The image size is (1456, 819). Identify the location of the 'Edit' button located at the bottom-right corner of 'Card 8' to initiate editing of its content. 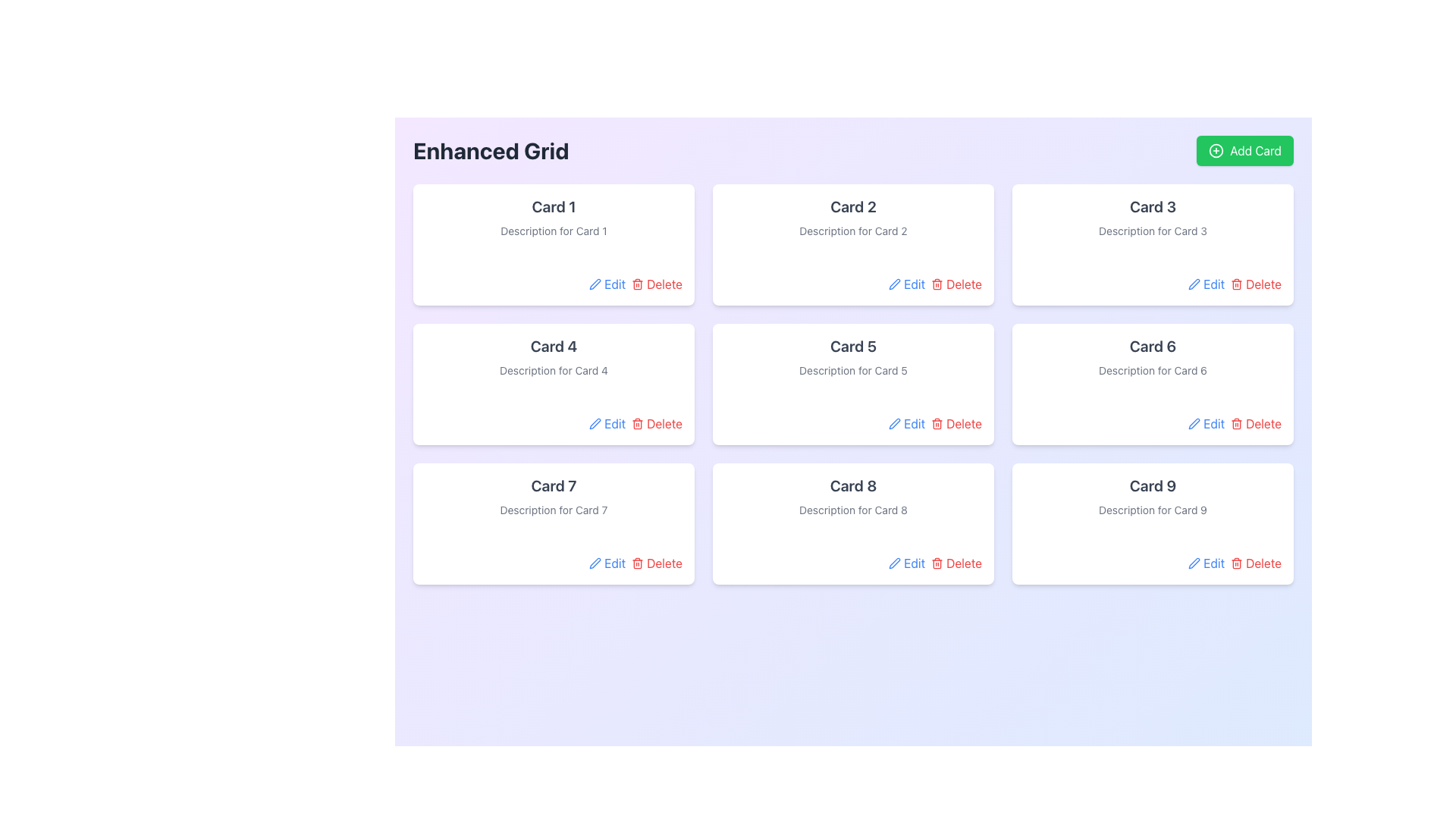
(907, 563).